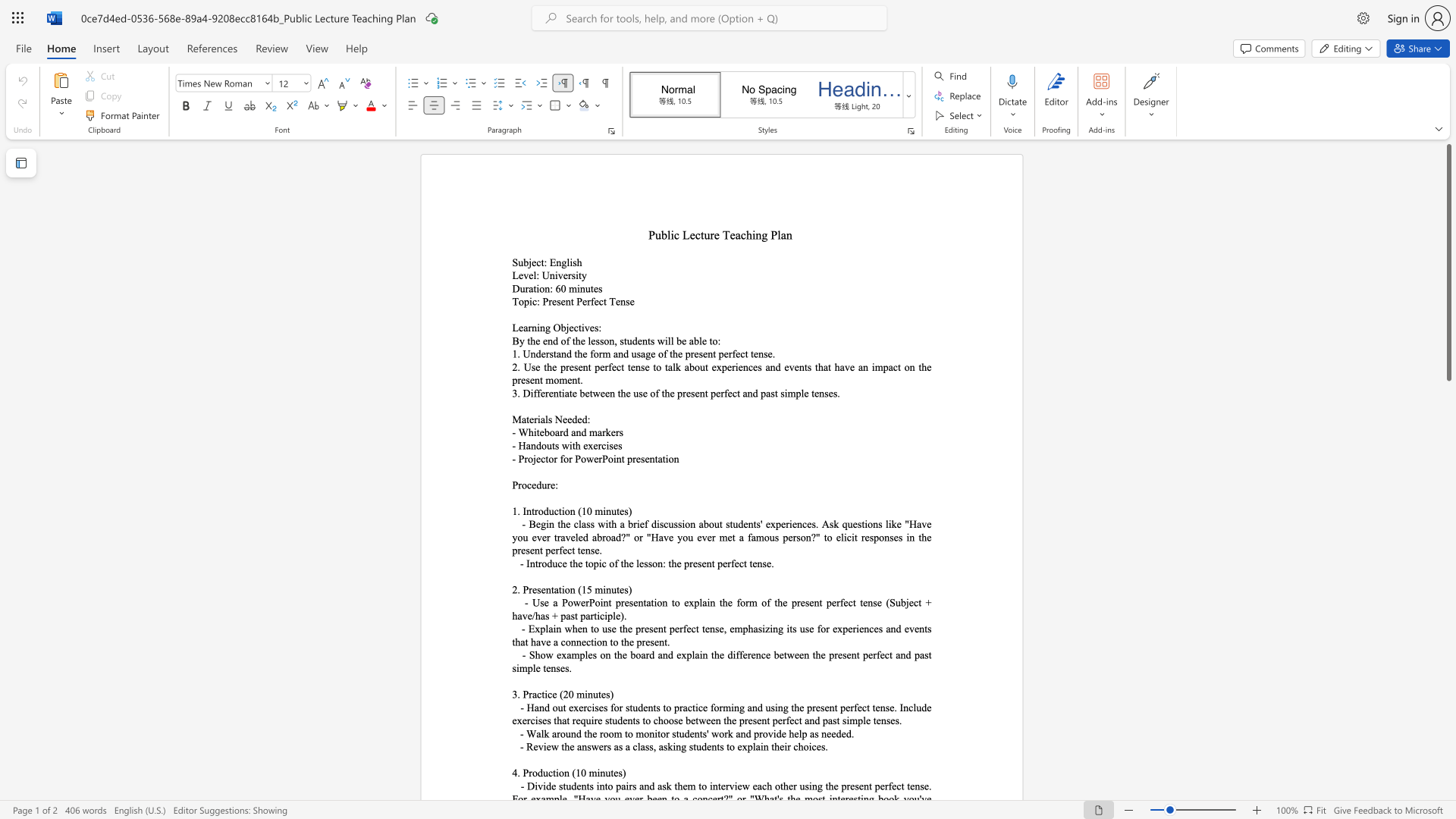  I want to click on the subset text "orm of the present perfect tense (Su" within the text "- Use a PowerPoint presentation to explain the form of the present perfect tense (Subject + have/has + past participle).", so click(740, 601).